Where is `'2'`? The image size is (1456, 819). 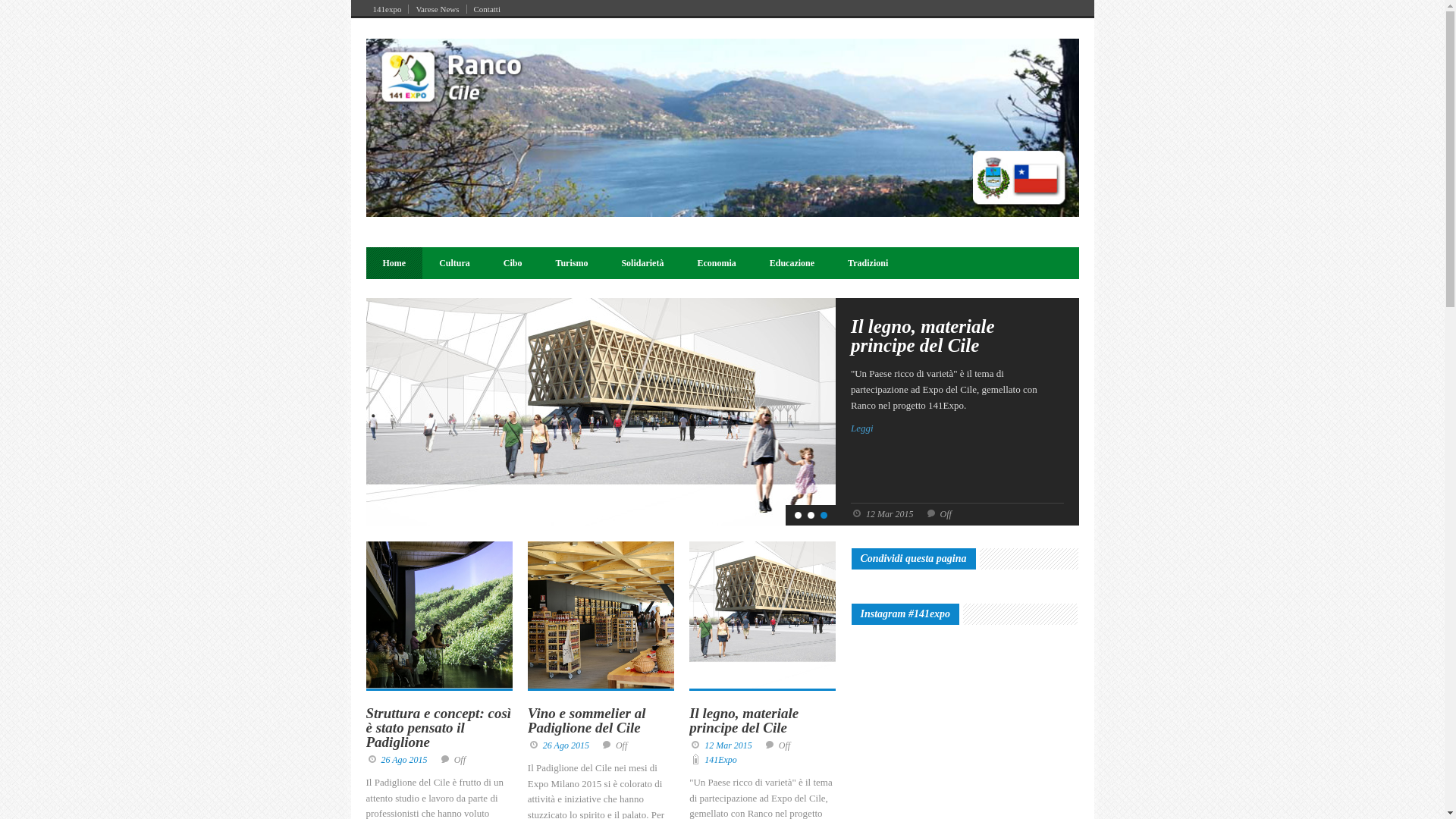 '2' is located at coordinates (810, 514).